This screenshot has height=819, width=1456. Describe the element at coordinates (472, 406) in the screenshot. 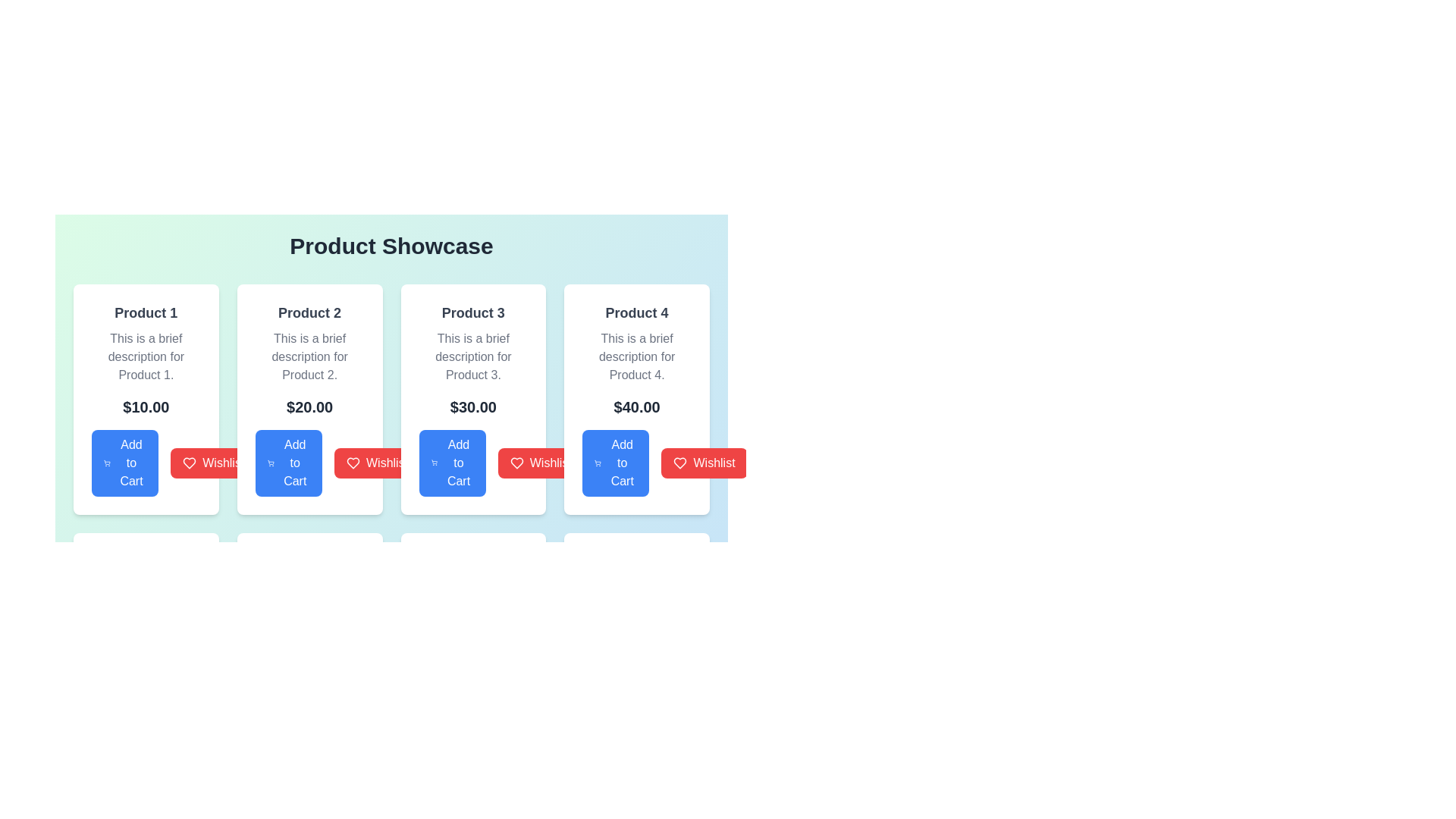

I see `the price text label located in the third product card of a grid layout, which is positioned below the description and above the interactive buttons` at that location.